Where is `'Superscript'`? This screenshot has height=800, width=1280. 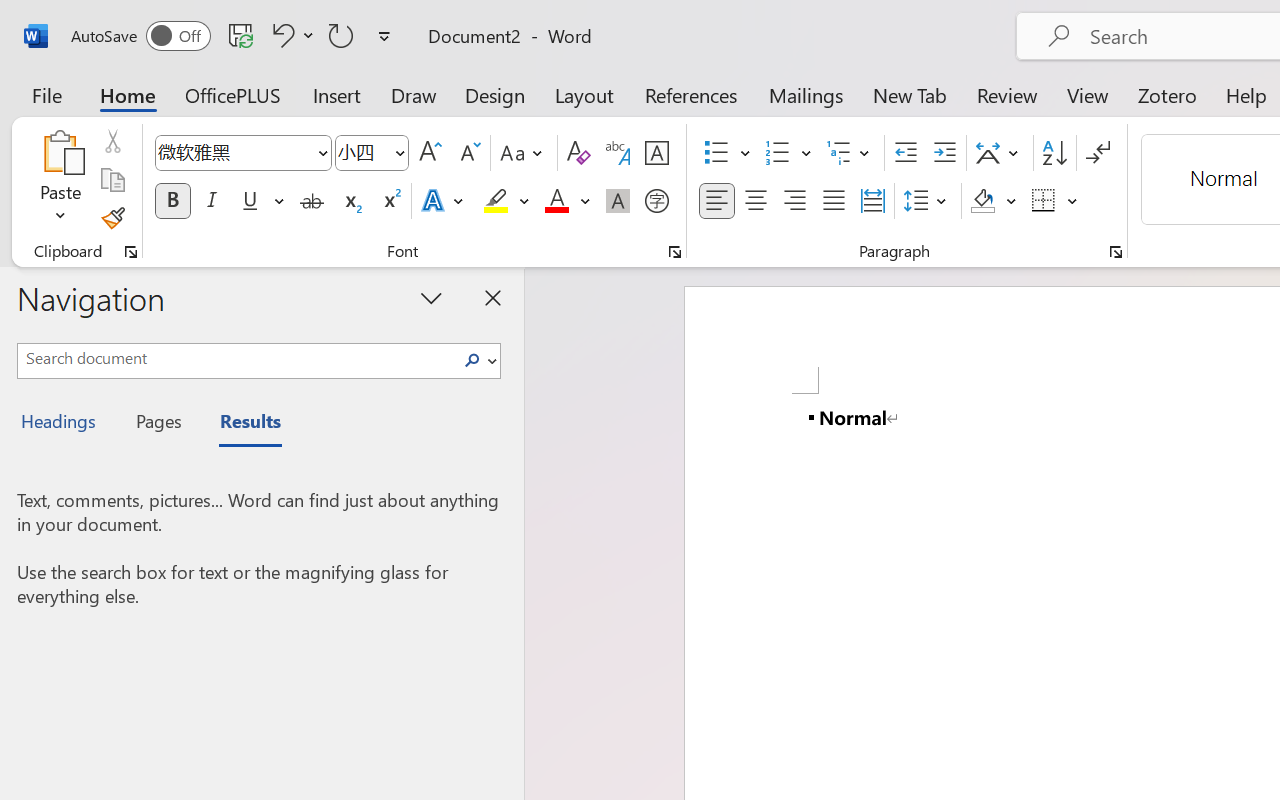
'Superscript' is located at coordinates (390, 201).